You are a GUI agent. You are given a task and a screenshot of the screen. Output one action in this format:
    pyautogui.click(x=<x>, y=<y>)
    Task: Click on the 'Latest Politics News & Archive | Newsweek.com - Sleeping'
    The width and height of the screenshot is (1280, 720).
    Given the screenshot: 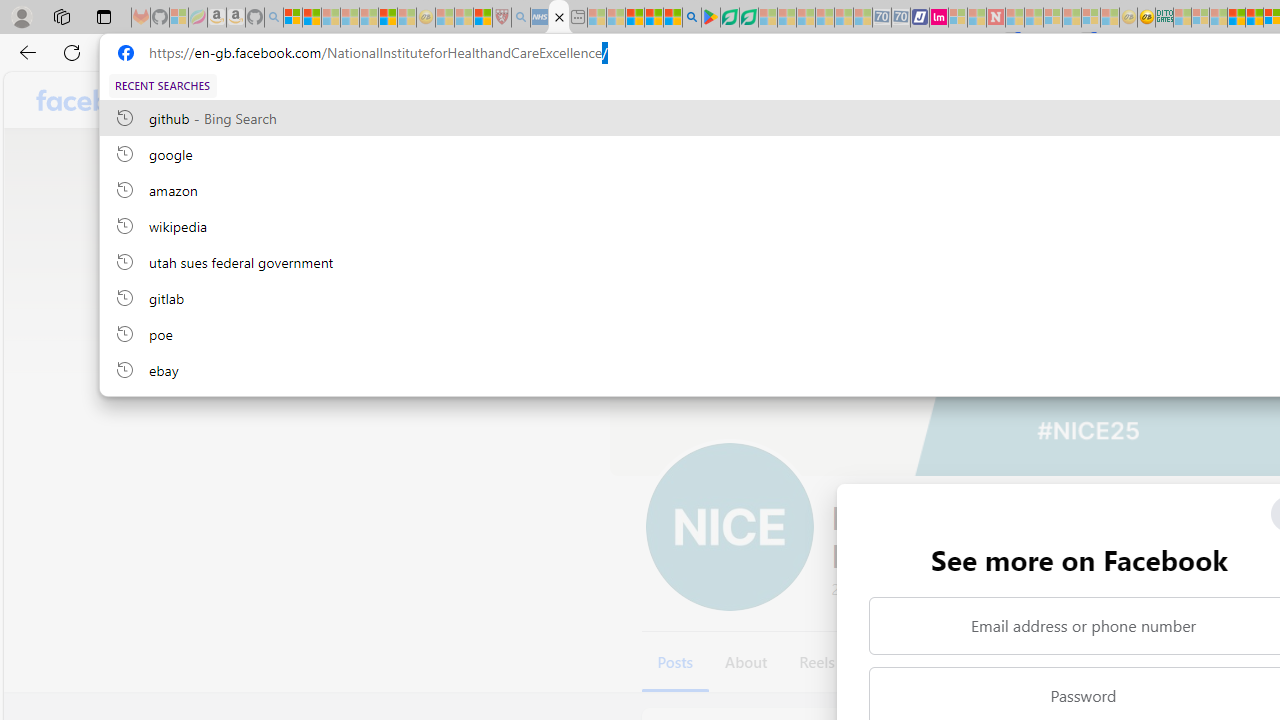 What is the action you would take?
    pyautogui.click(x=995, y=17)
    